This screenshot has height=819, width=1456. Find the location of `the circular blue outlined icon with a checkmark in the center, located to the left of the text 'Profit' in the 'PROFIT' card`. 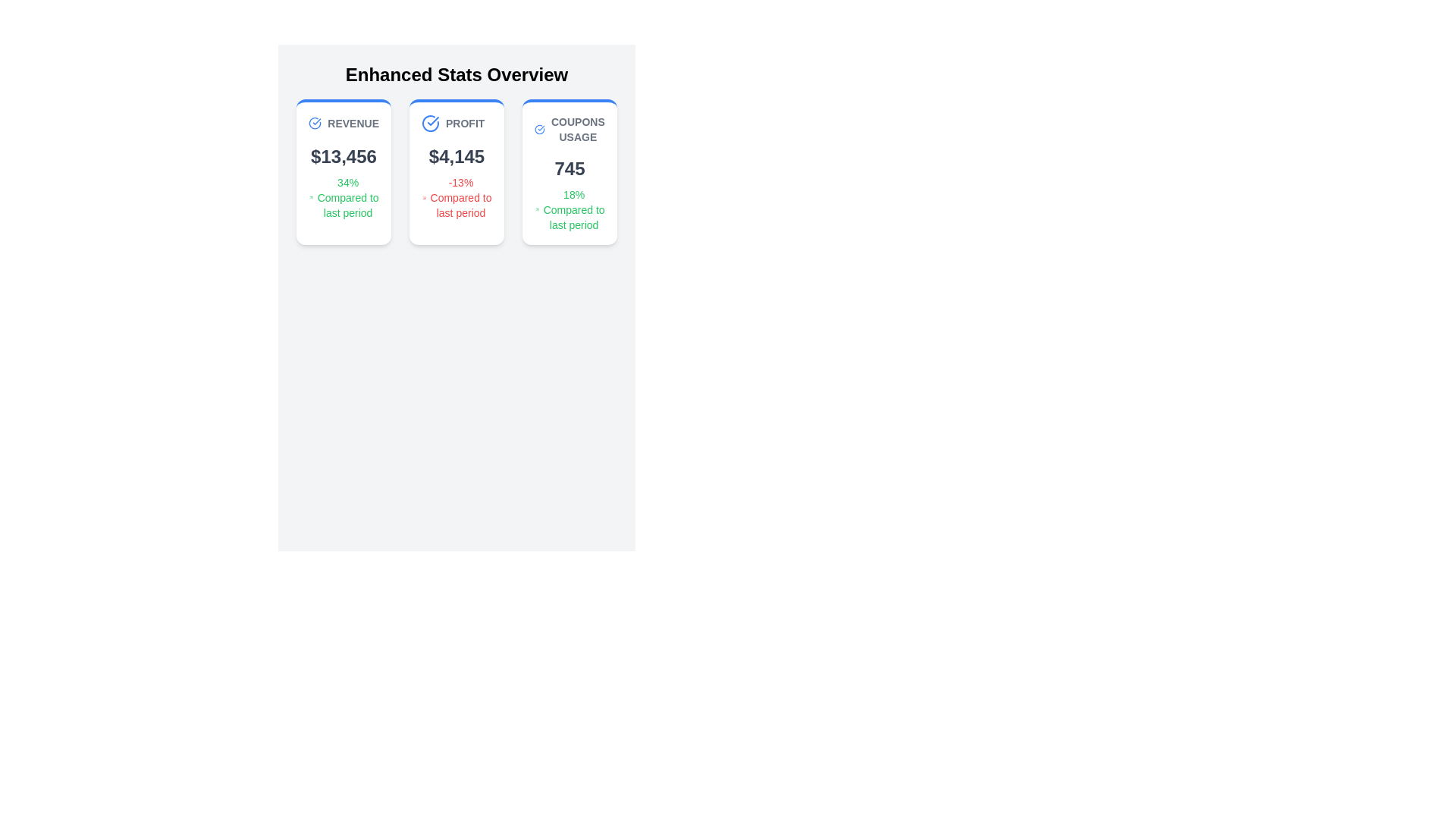

the circular blue outlined icon with a checkmark in the center, located to the left of the text 'Profit' in the 'PROFIT' card is located at coordinates (429, 122).